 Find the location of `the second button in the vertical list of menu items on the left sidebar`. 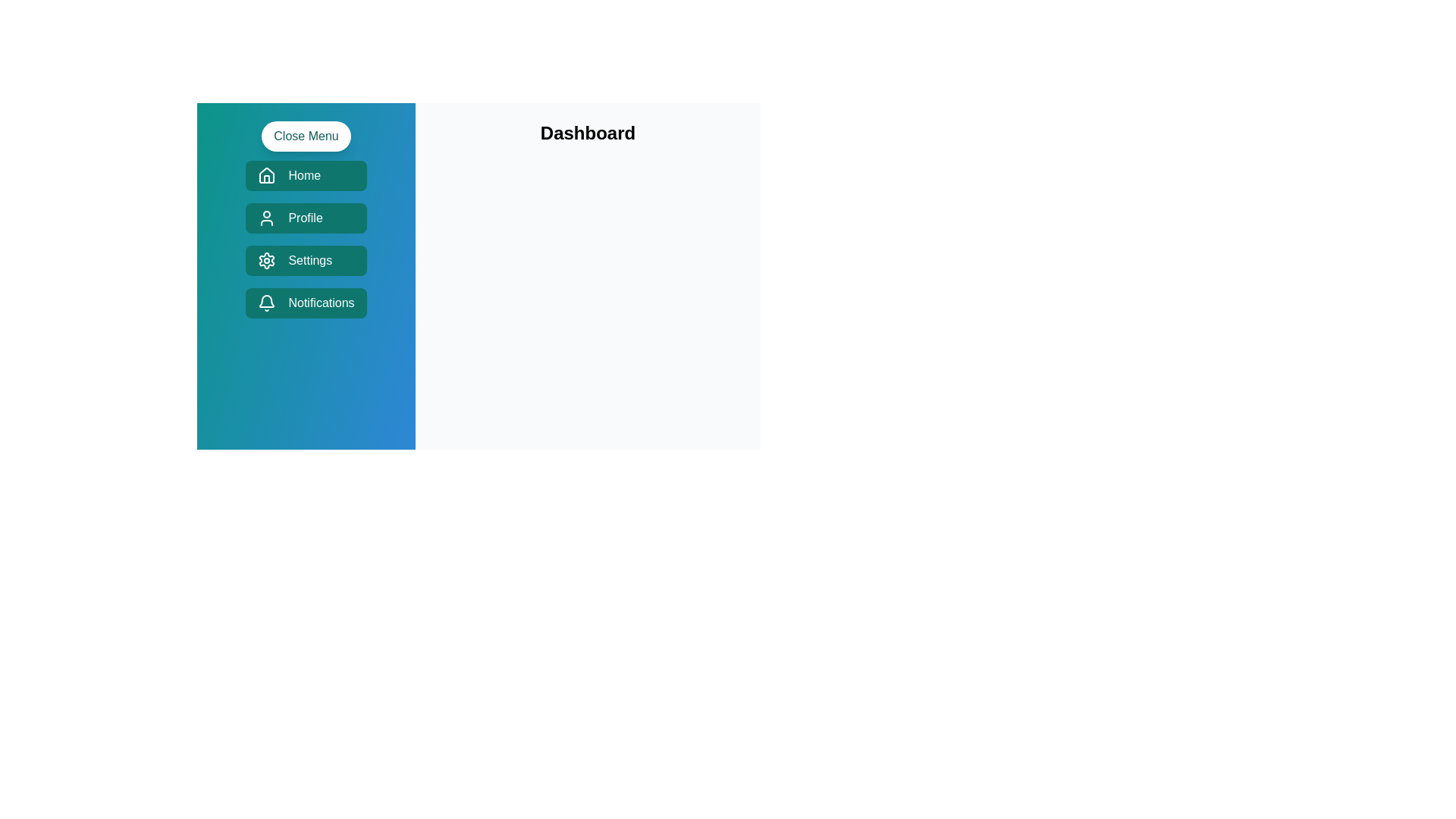

the second button in the vertical list of menu items on the left sidebar is located at coordinates (305, 218).